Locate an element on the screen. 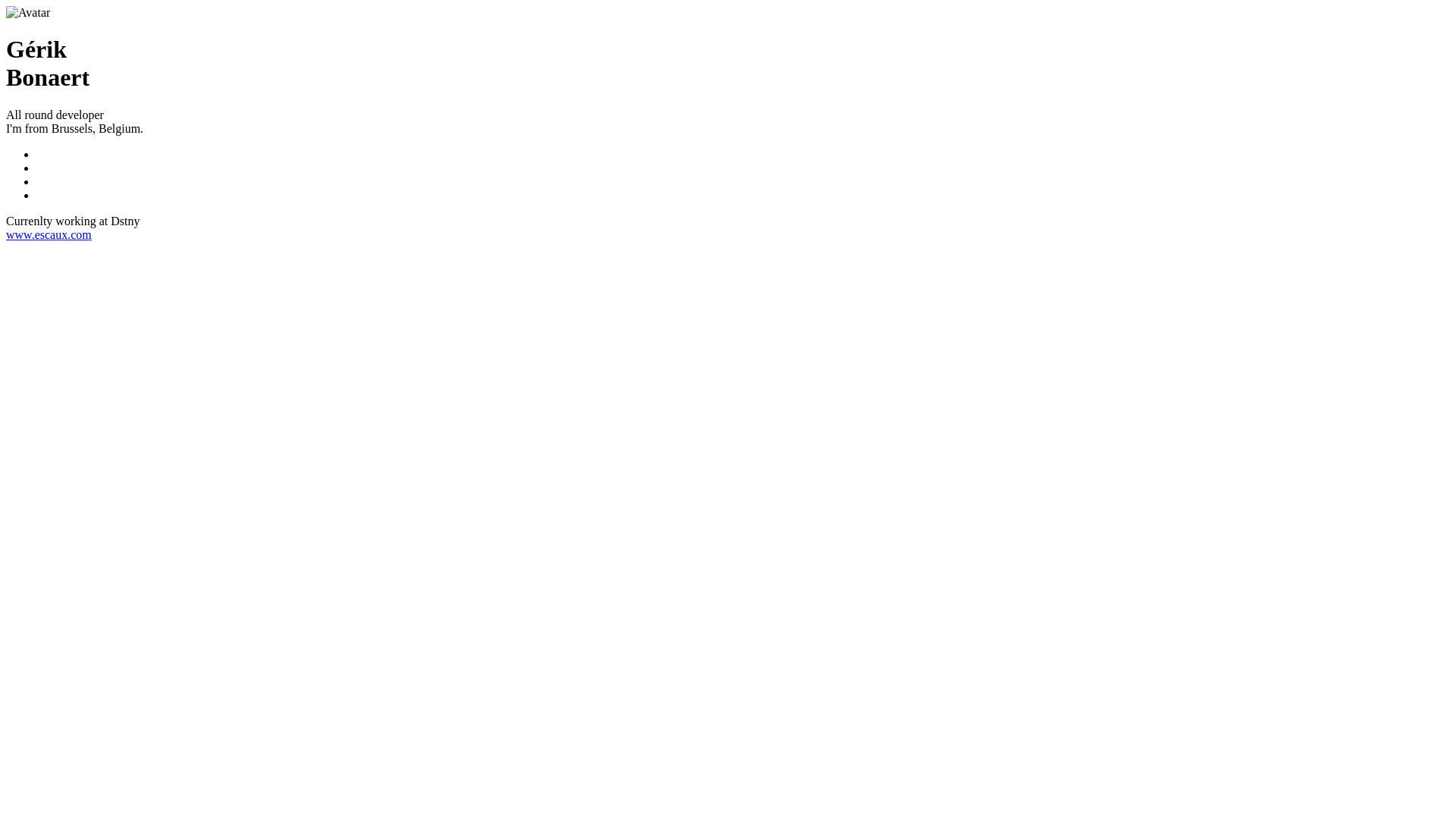  'www.escaux.com' is located at coordinates (49, 234).